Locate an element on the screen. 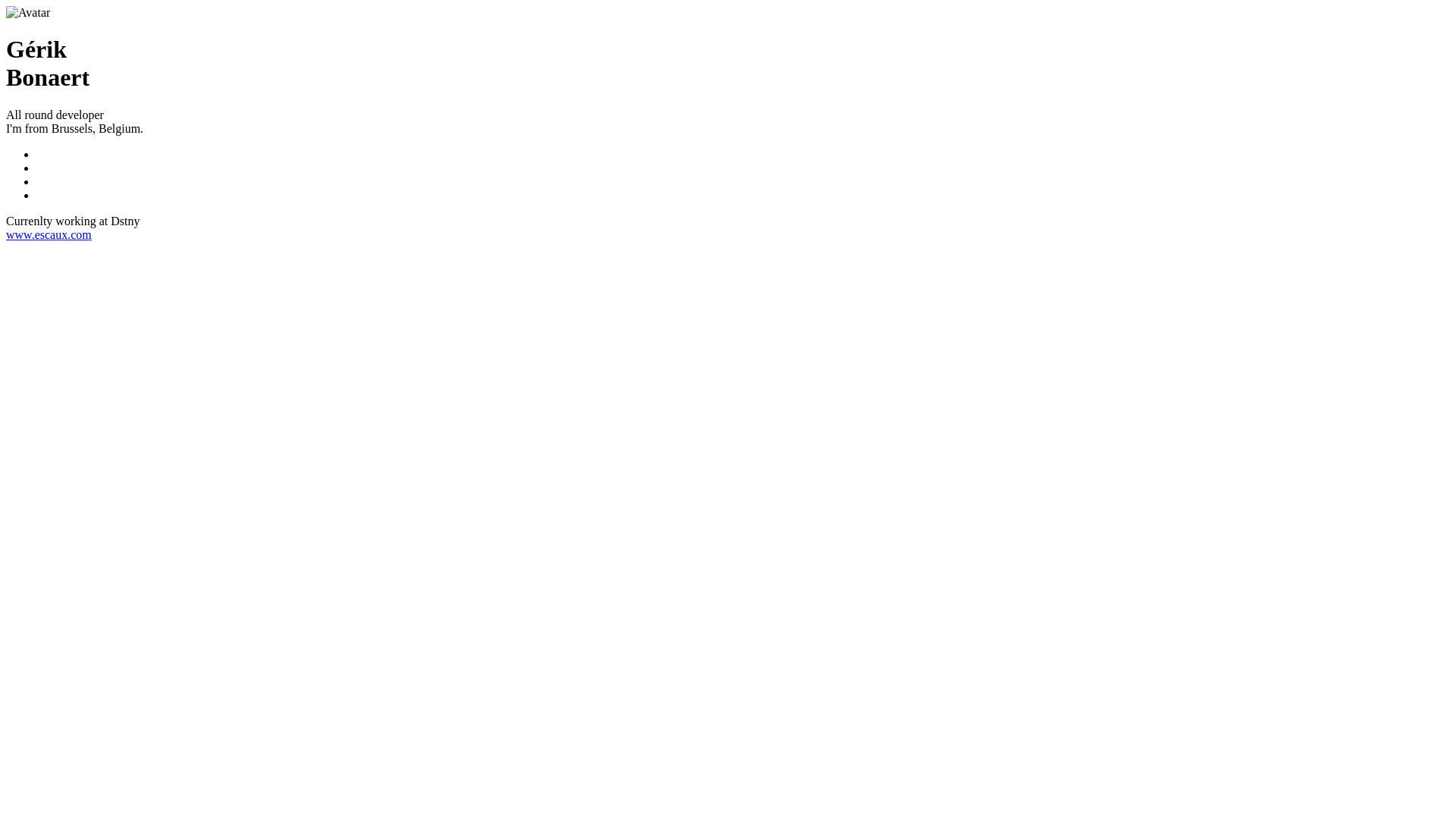  'www.escaux.com' is located at coordinates (49, 234).